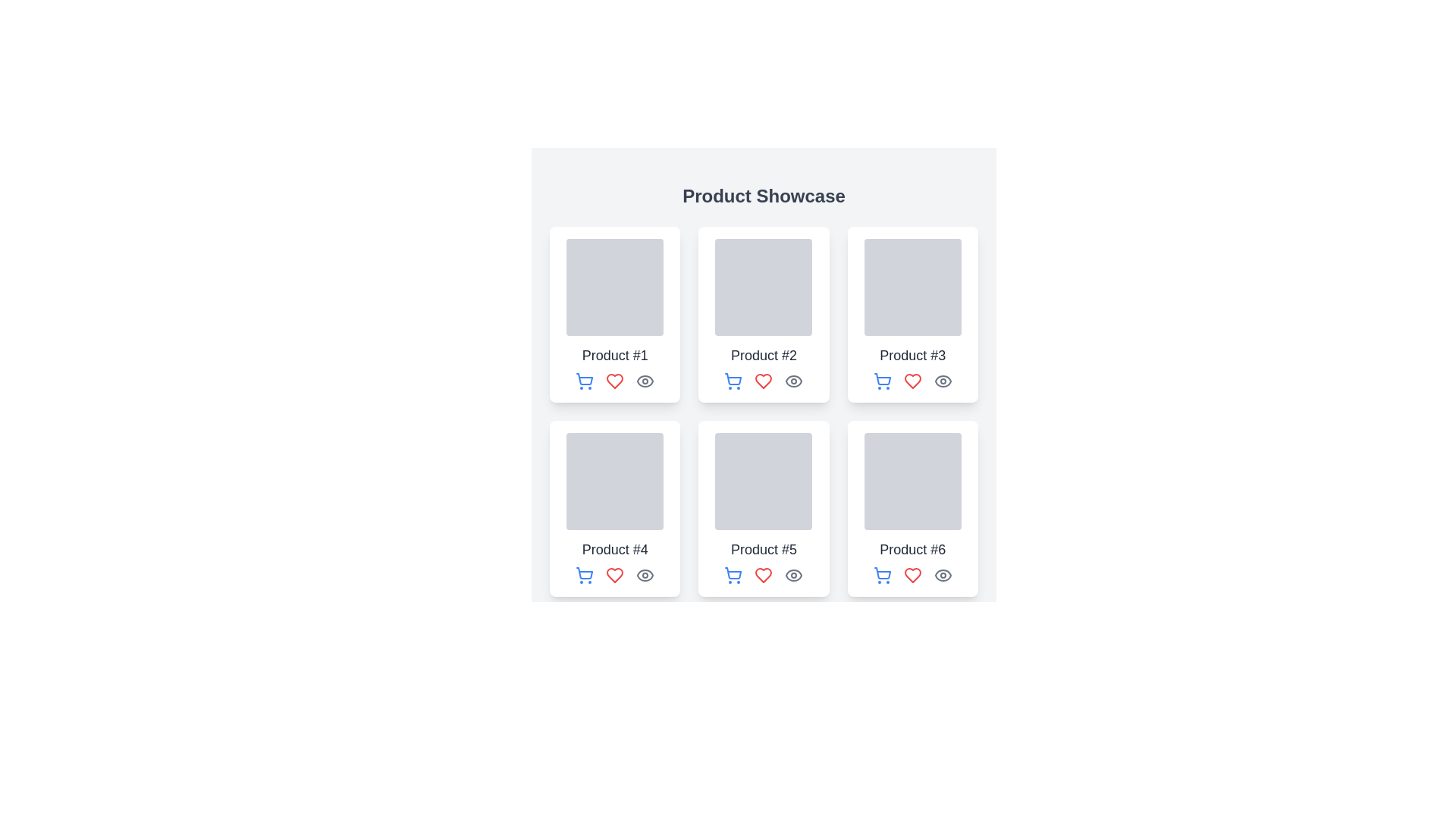 This screenshot has height=819, width=1456. I want to click on the blue shopping cart icon button located in the bottom-left corner of the footer of the sixth product card, so click(882, 576).